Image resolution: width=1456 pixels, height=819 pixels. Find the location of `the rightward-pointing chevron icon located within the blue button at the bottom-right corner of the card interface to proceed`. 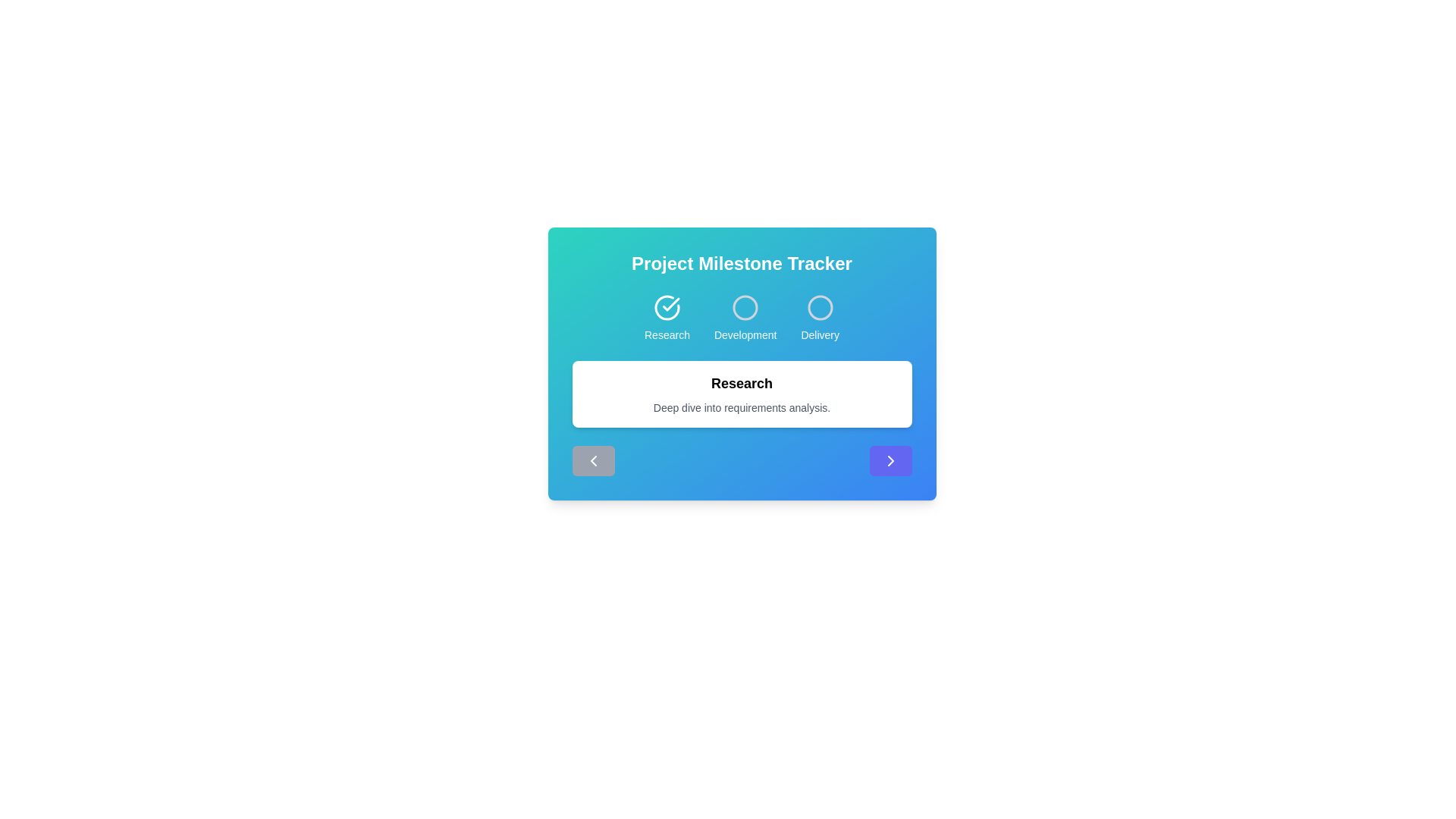

the rightward-pointing chevron icon located within the blue button at the bottom-right corner of the card interface to proceed is located at coordinates (890, 460).